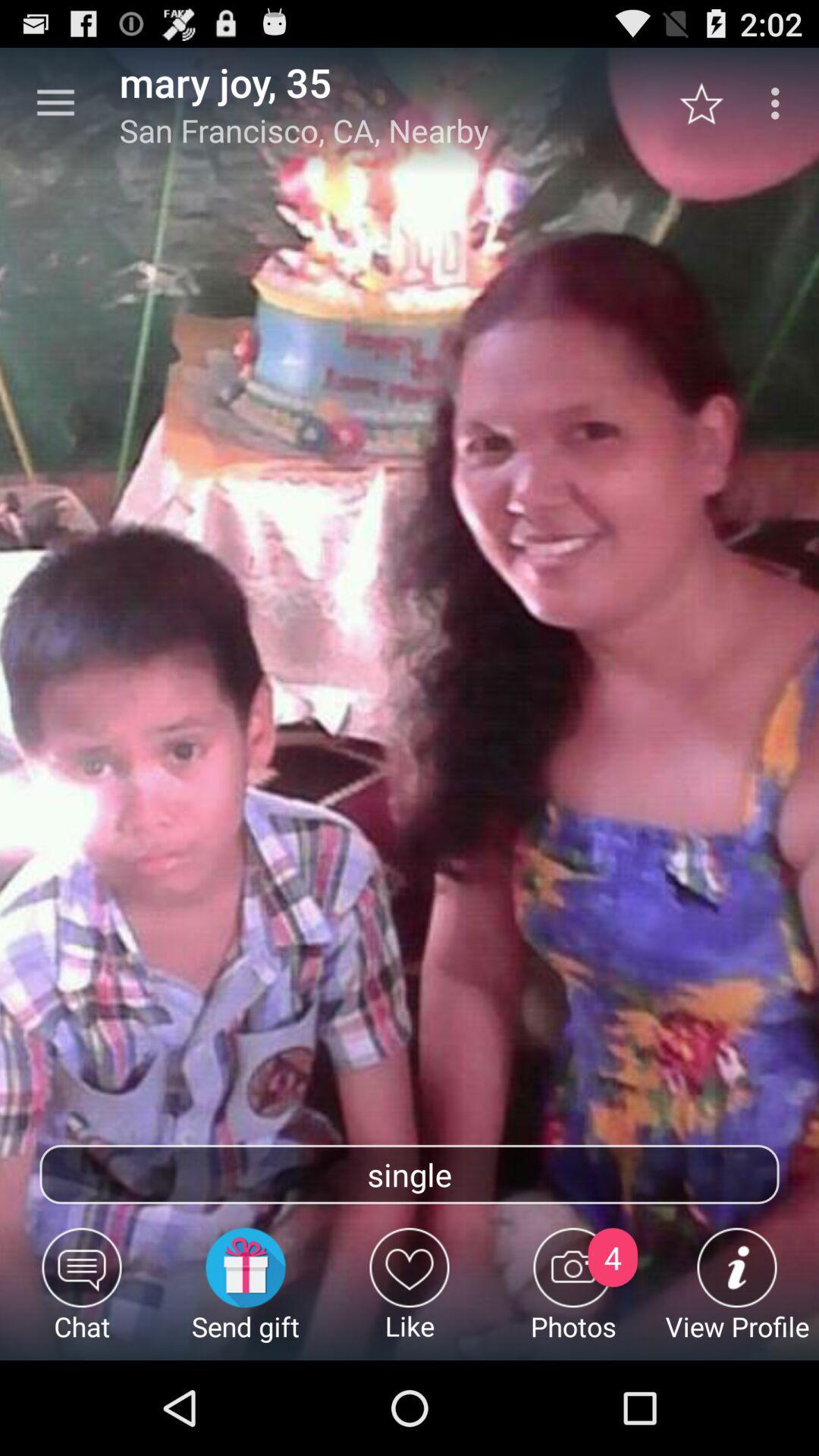 This screenshot has height=1456, width=819. Describe the element at coordinates (409, 1293) in the screenshot. I see `item to the right of send gift icon` at that location.